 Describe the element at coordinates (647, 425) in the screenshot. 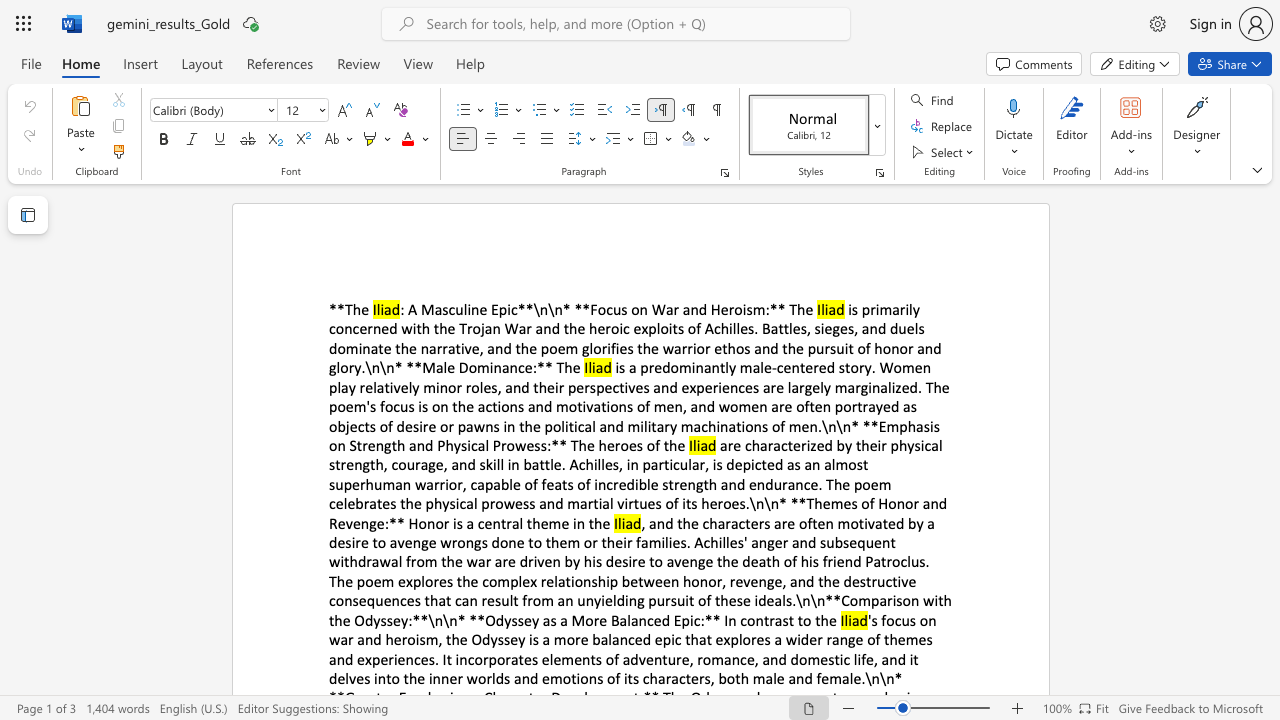

I see `the subset text "itary machinations of men.\n\n* **Emphasis on Strength a" within the text "is a predominantly male-centered story. Women play relatively minor roles, and their perspectives and experiences are largely marginalized. The poem"` at that location.